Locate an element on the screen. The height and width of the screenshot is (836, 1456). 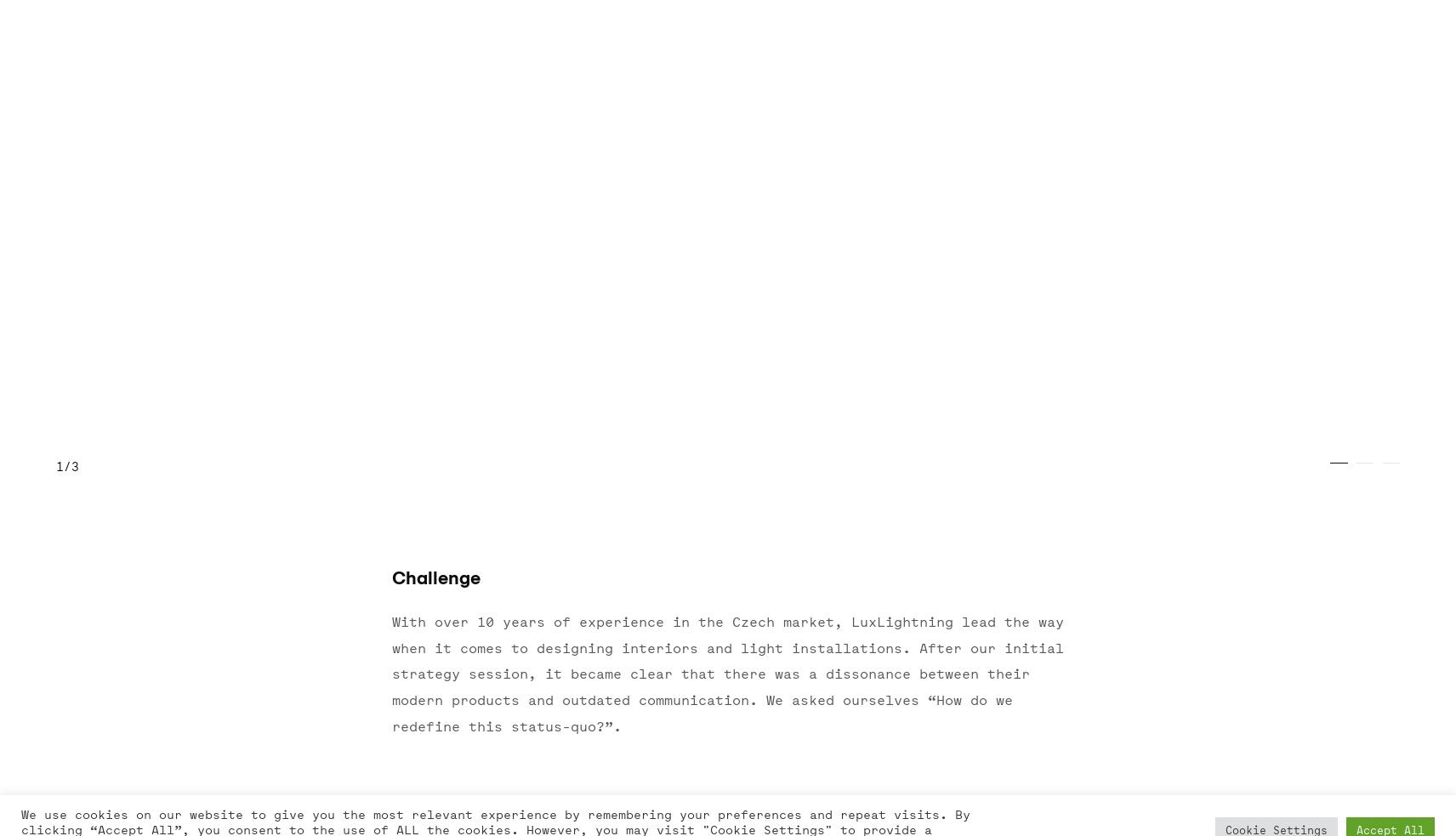
'/' is located at coordinates (61, 466).